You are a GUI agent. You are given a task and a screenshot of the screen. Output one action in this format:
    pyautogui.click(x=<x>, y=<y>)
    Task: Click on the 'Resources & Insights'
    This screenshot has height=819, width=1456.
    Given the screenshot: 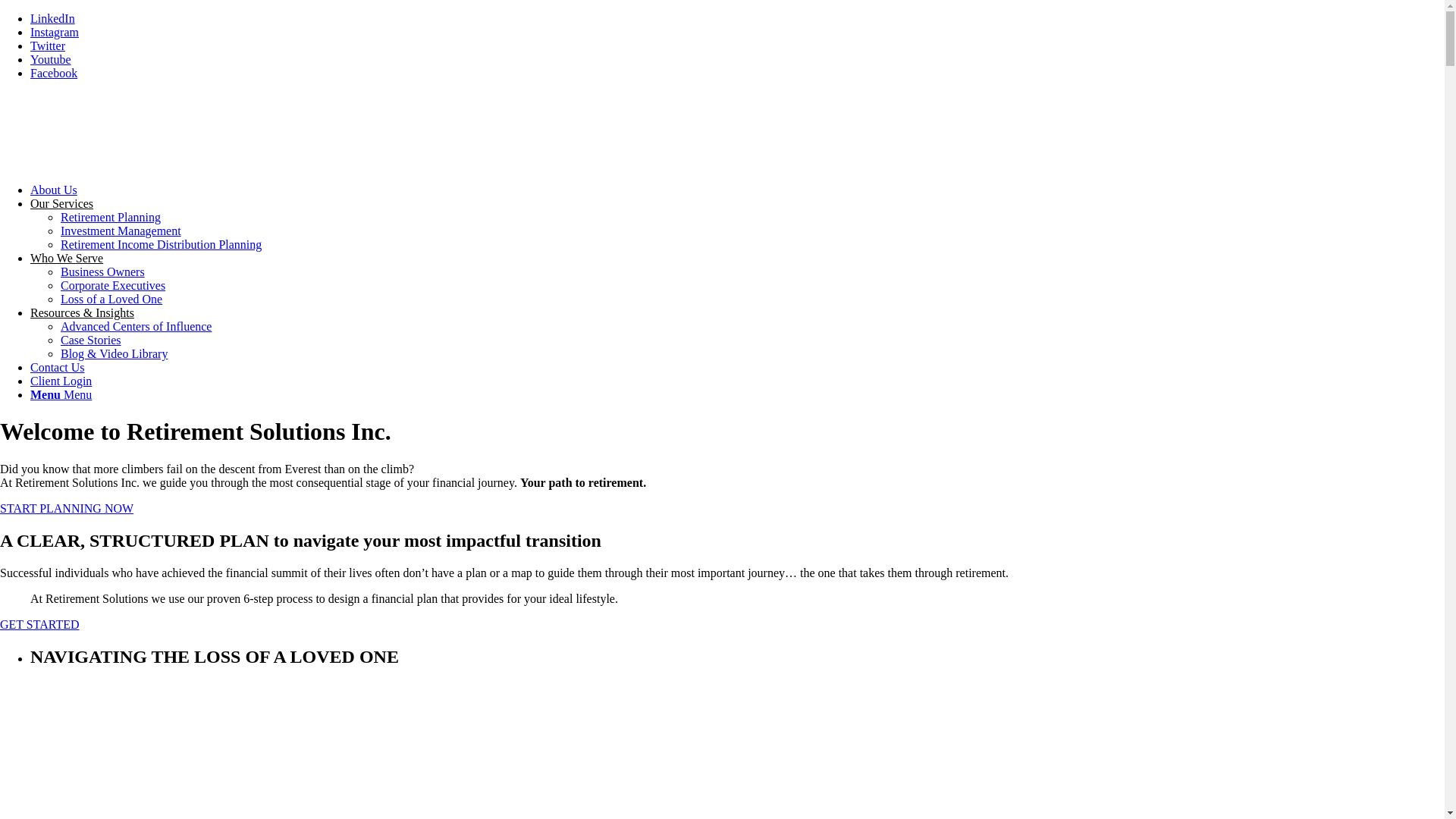 What is the action you would take?
    pyautogui.click(x=81, y=312)
    